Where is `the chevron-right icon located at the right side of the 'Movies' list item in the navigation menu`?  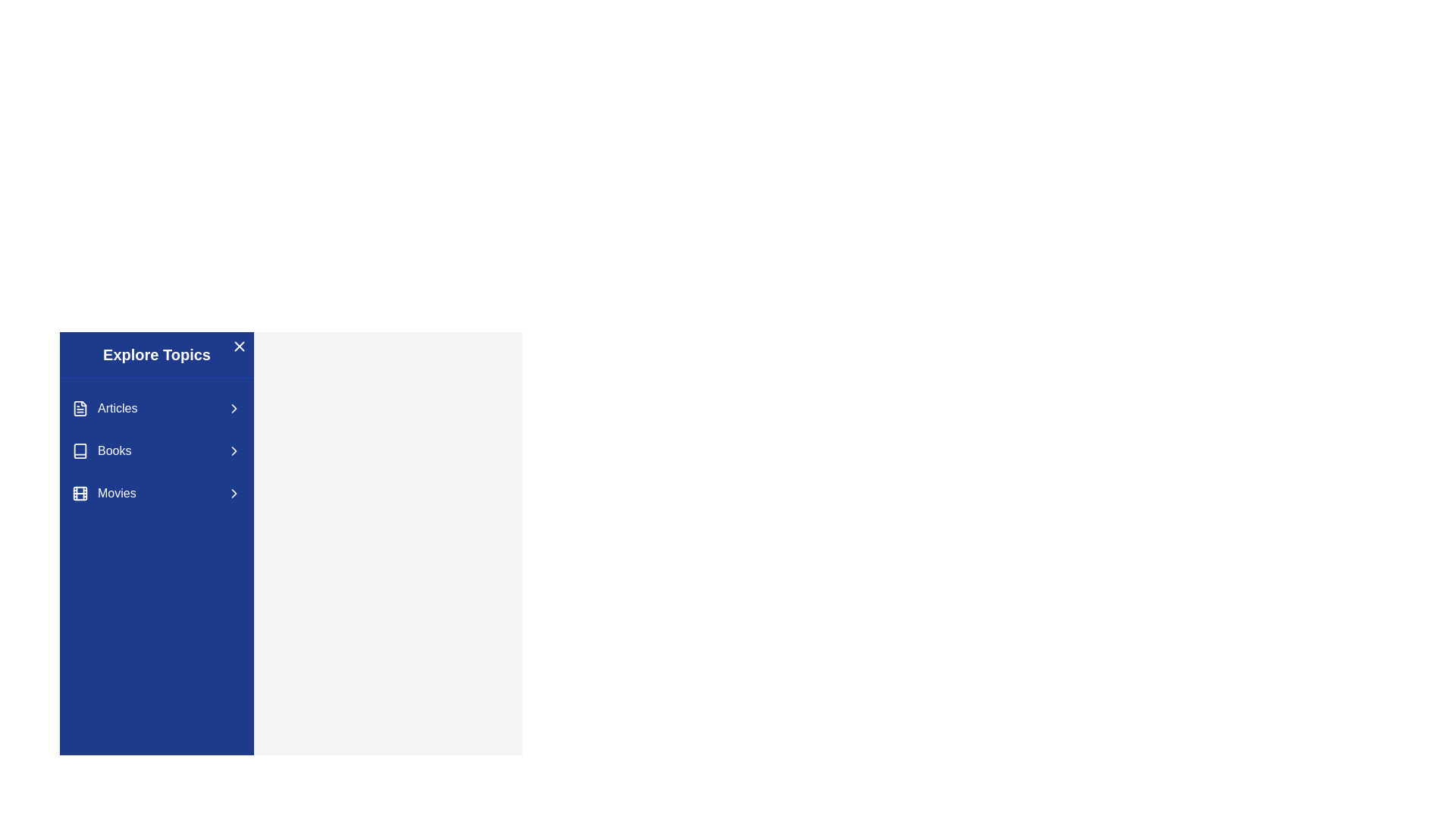
the chevron-right icon located at the right side of the 'Movies' list item in the navigation menu is located at coordinates (233, 494).